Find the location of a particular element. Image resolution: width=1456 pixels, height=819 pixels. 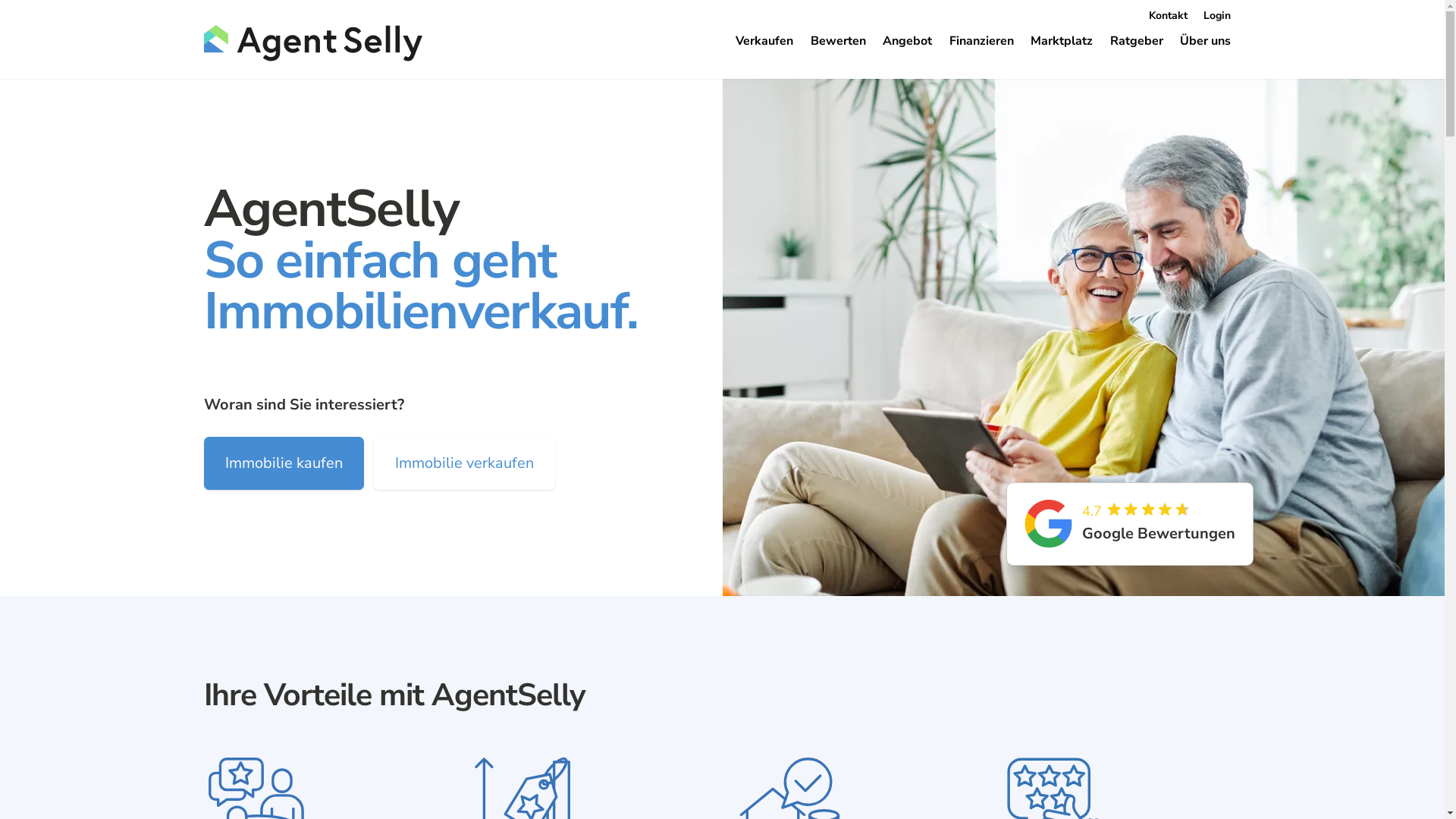

'Finanzieren' is located at coordinates (949, 40).